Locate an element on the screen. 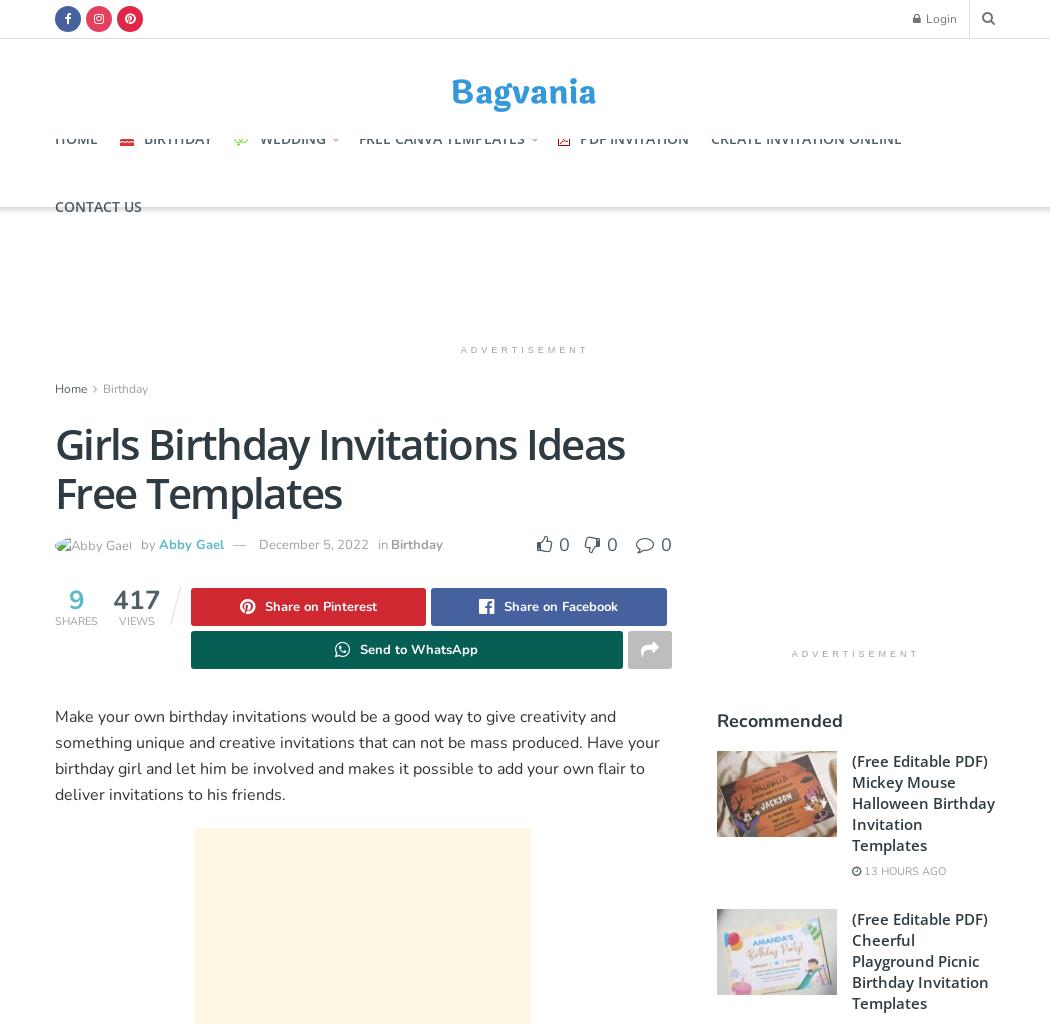 The height and width of the screenshot is (1024, 1050). 'your' is located at coordinates (642, 742).